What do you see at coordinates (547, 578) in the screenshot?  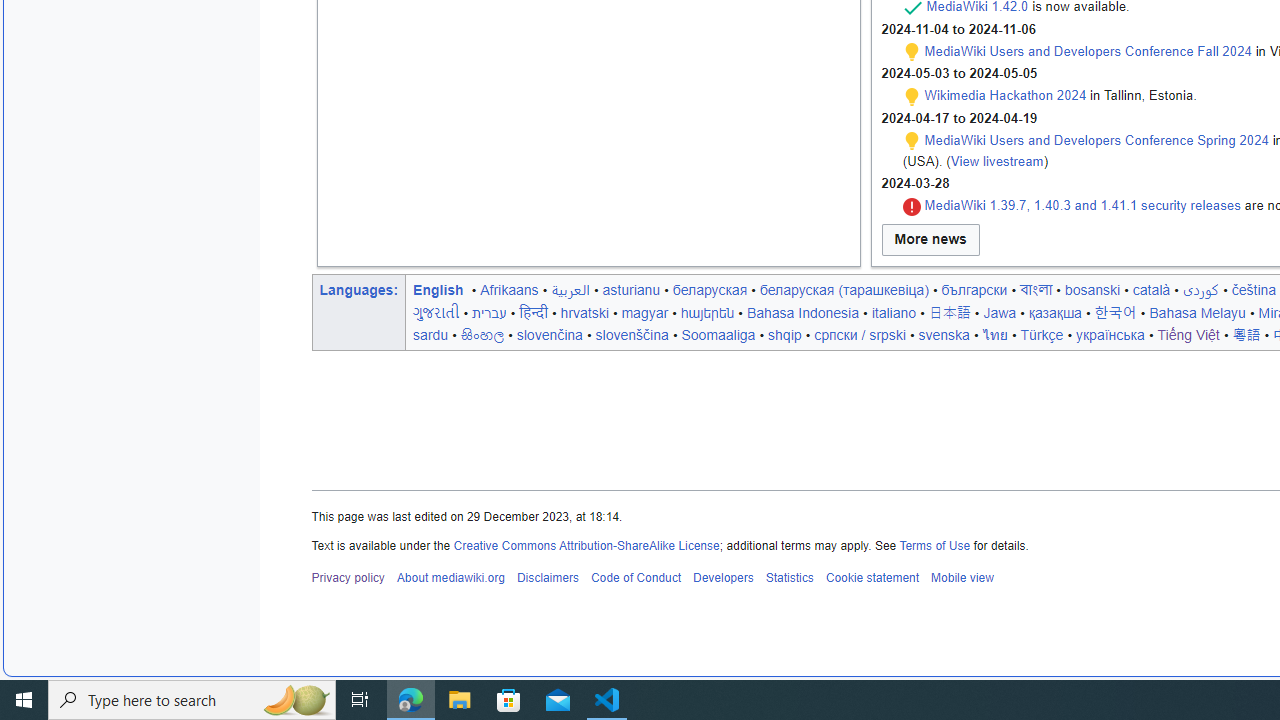 I see `'Disclaimers'` at bounding box center [547, 578].